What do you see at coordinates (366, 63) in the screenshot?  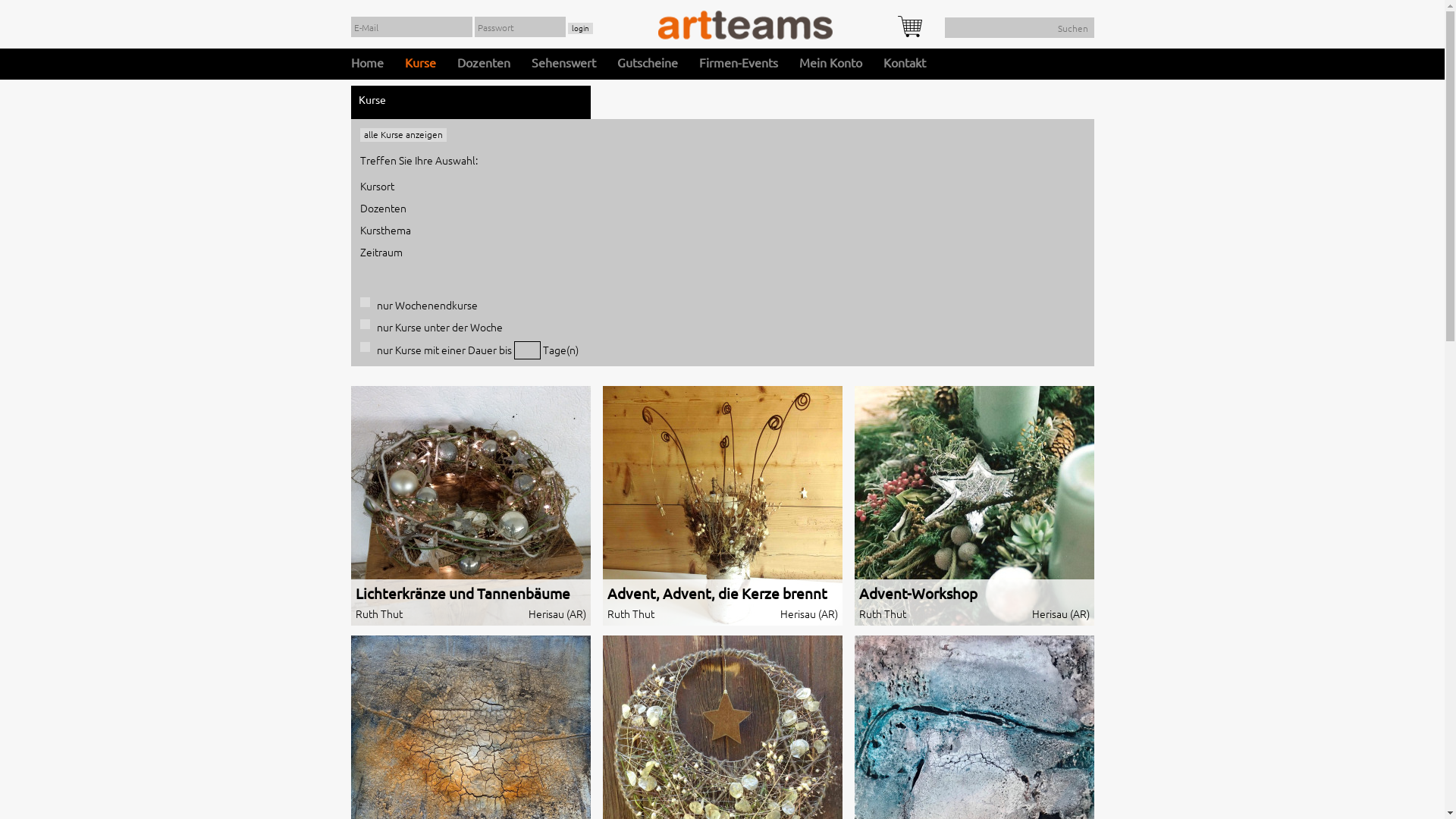 I see `'Home'` at bounding box center [366, 63].